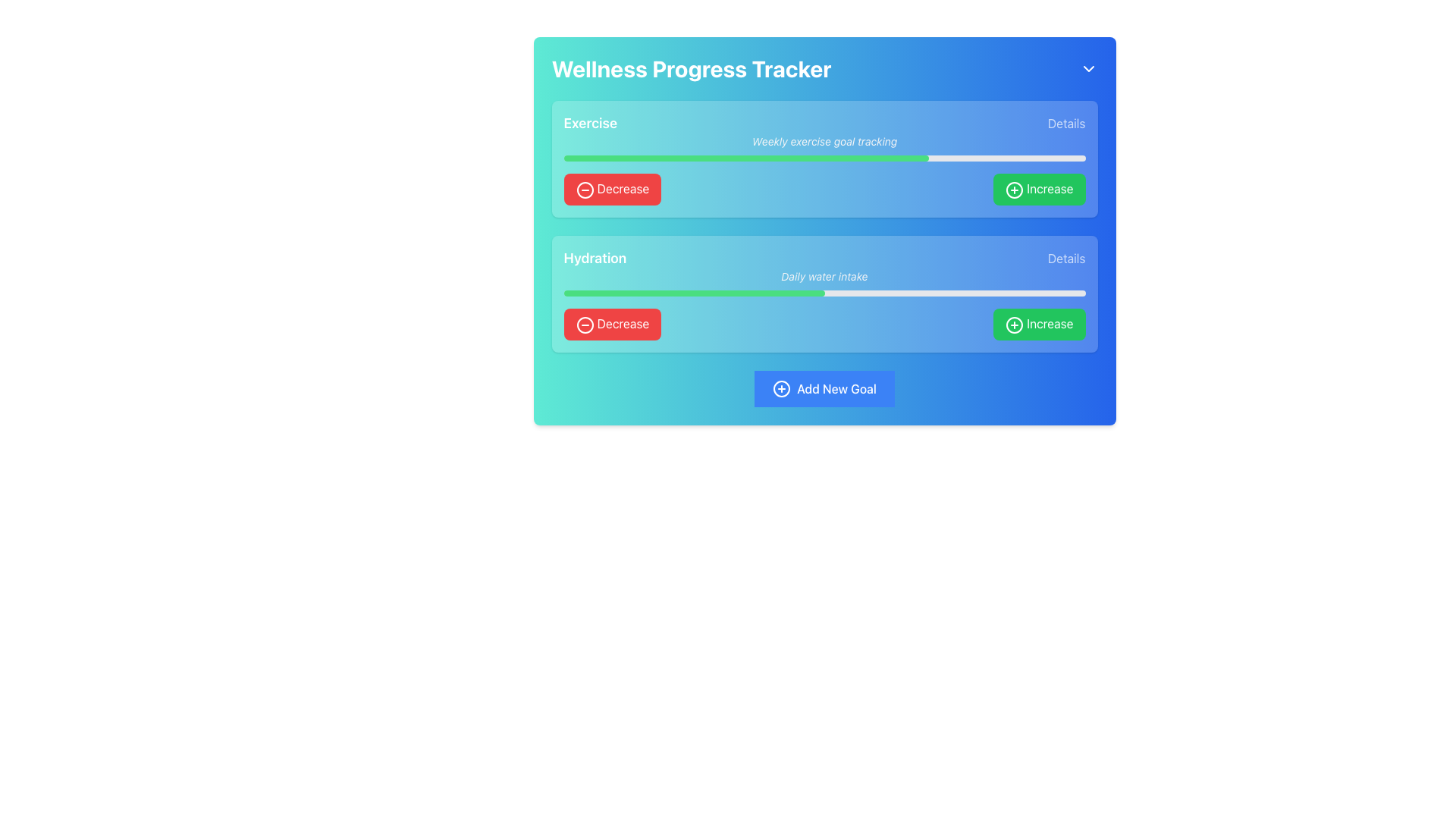 The height and width of the screenshot is (819, 1456). I want to click on the 'Increase' button icon in the first 'Exercise' card of the wellness tracker interface to observe potential hover effects, so click(1014, 189).